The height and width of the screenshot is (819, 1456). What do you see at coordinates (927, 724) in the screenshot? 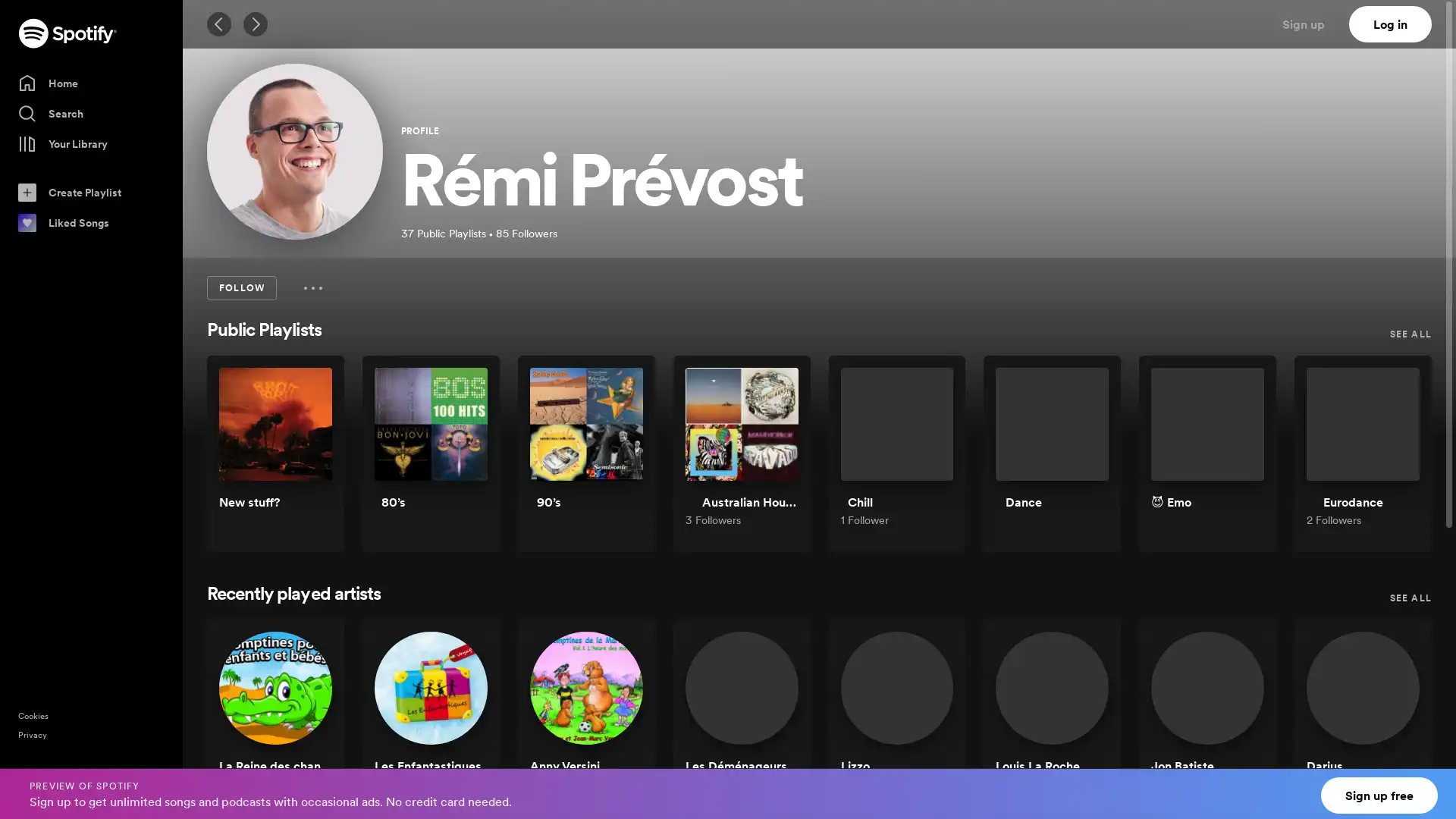
I see `Play Lizzo` at bounding box center [927, 724].